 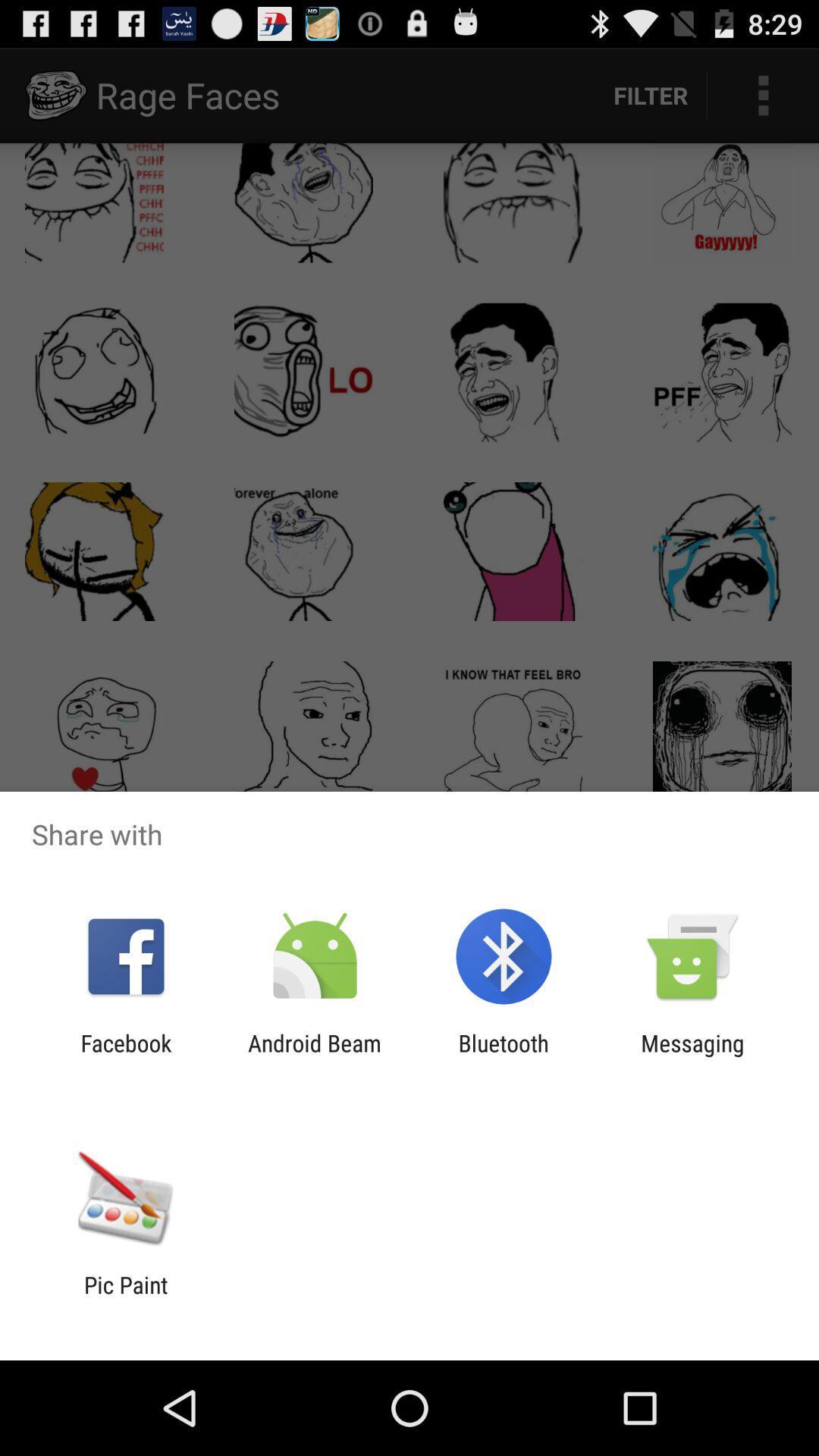 What do you see at coordinates (314, 1056) in the screenshot?
I see `the icon to the left of bluetooth app` at bounding box center [314, 1056].